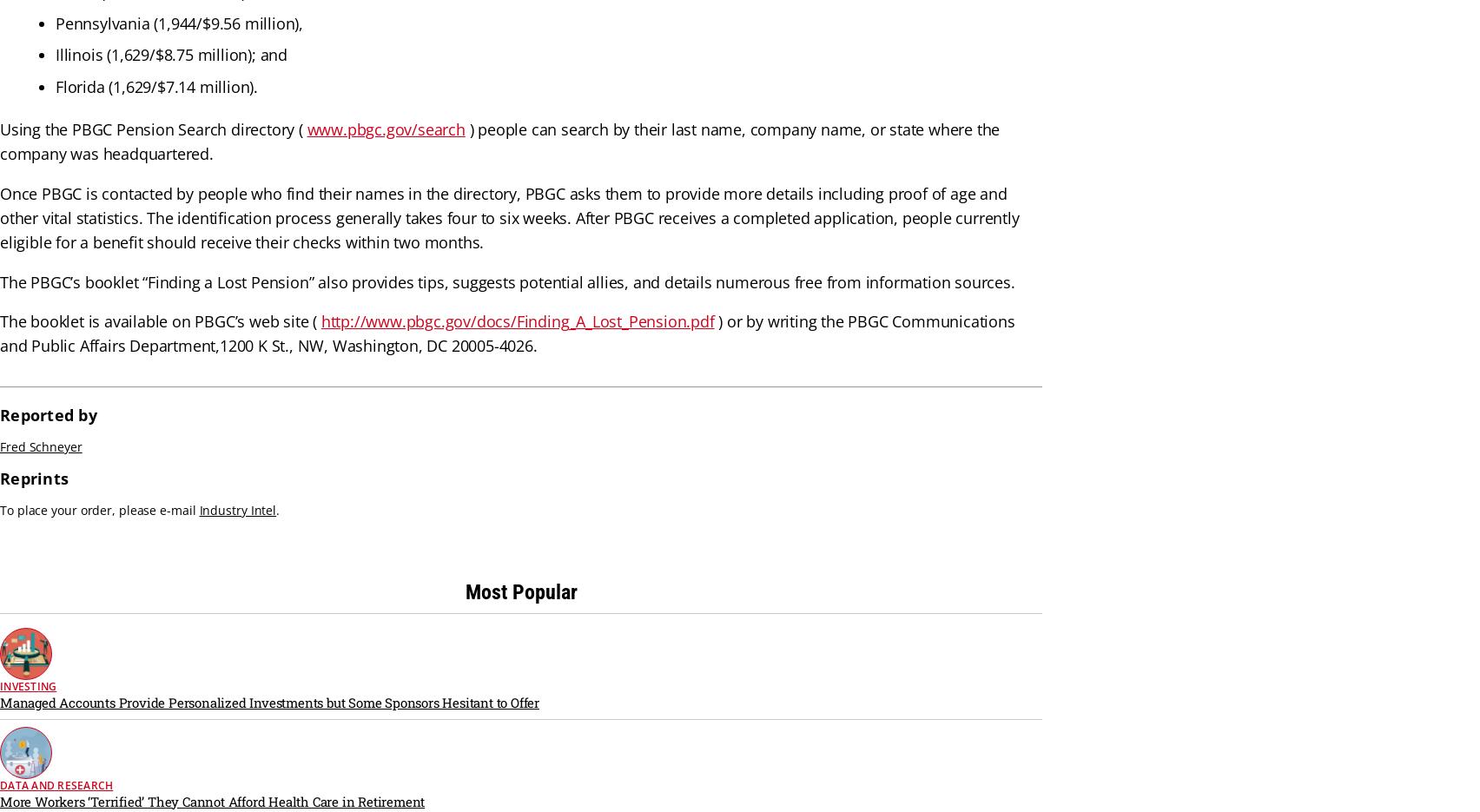 The height and width of the screenshot is (812, 1480). I want to click on '.', so click(277, 510).